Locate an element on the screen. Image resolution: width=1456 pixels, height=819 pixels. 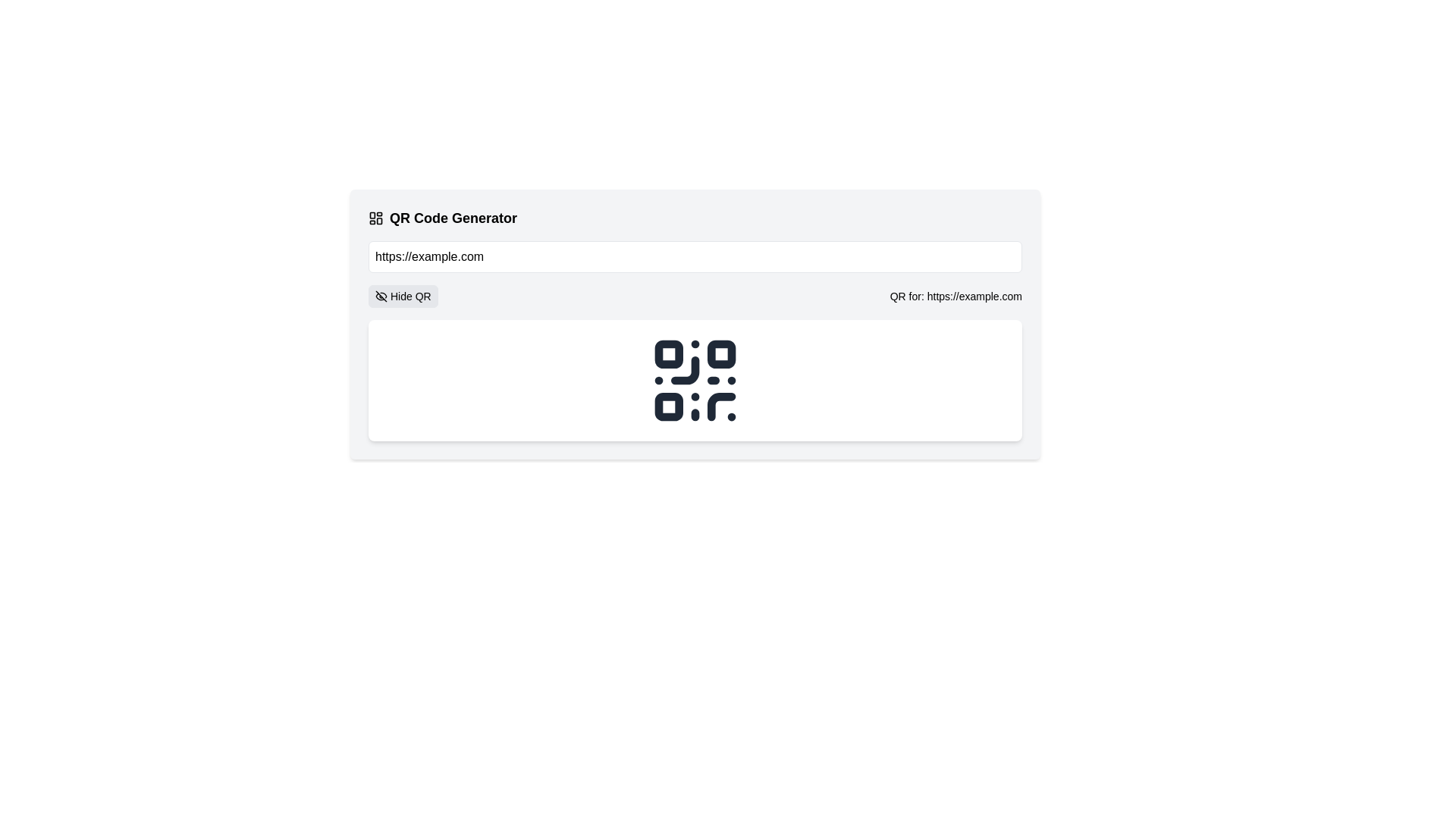
the button with the eye-off icon and 'Hide QR' text to observe hover effects is located at coordinates (403, 296).